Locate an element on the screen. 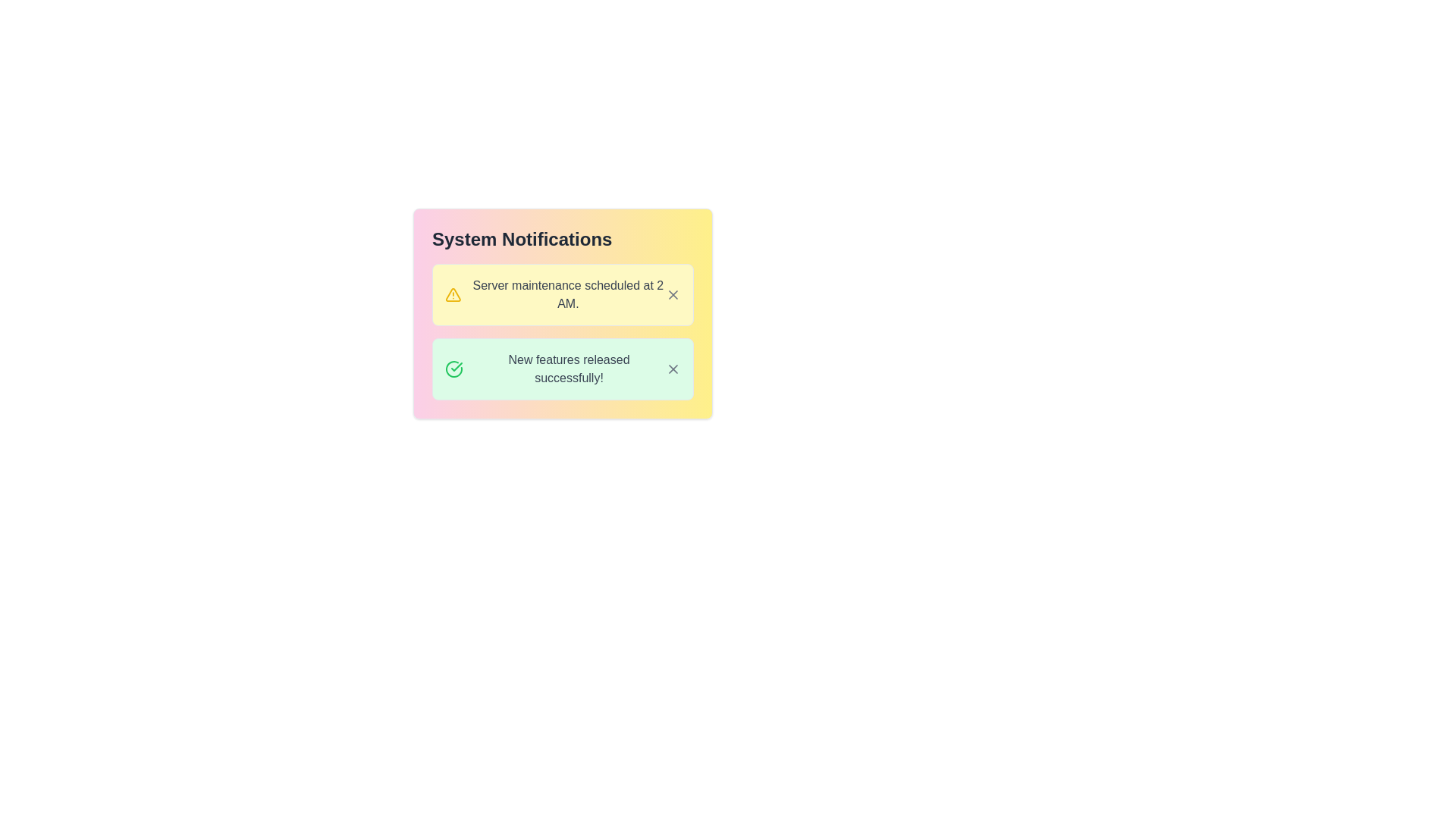 This screenshot has height=819, width=1456. the triangular icon with a yellow border and interior, which features an exclamation mark in its center, located on the left side of the notification banner displaying 'Server maintenance scheduled at 2 AM.' is located at coordinates (452, 295).